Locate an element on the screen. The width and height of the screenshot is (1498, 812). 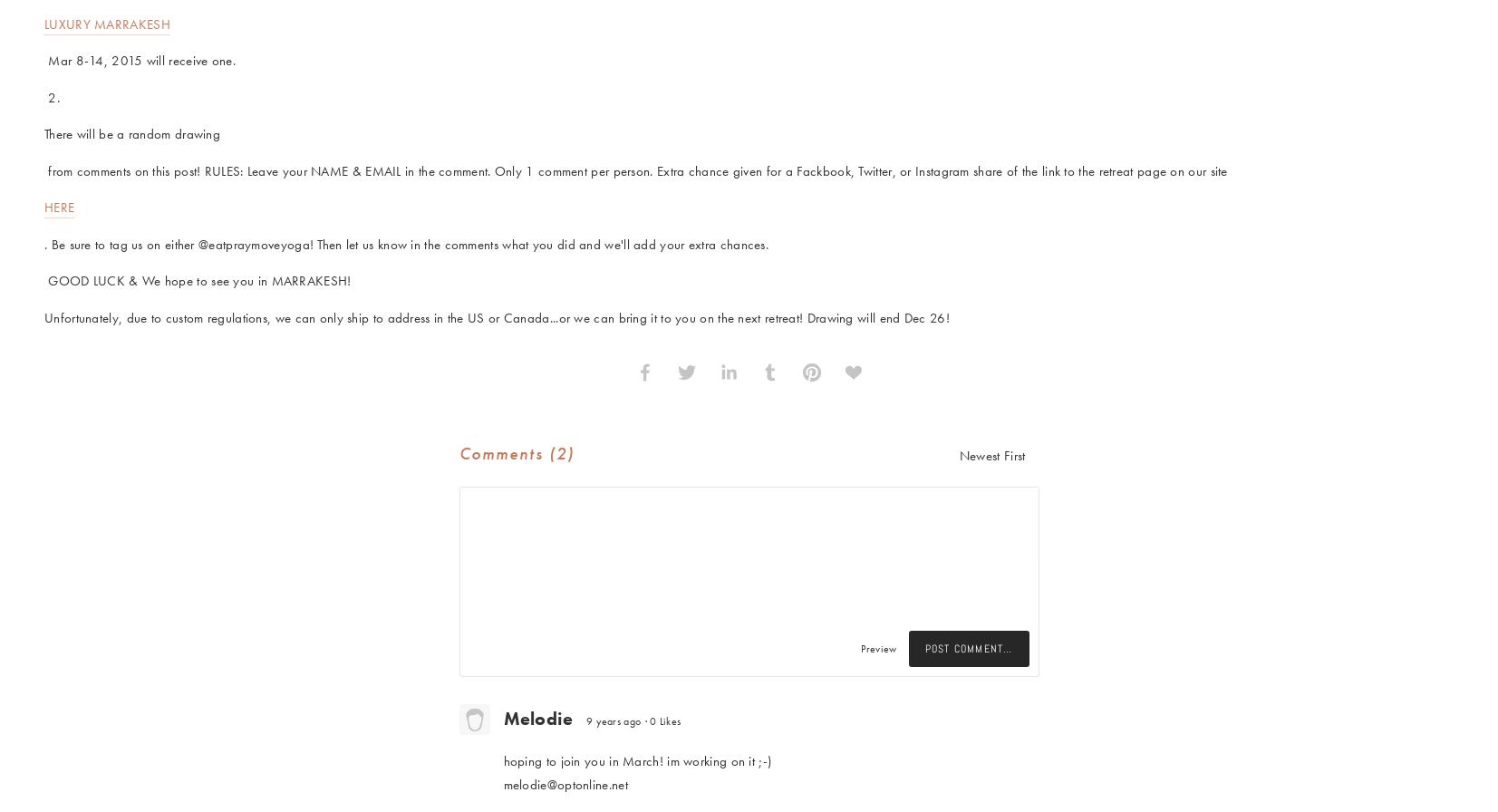
'hoping to join you in March! im working on it ;-)' is located at coordinates (502, 761).